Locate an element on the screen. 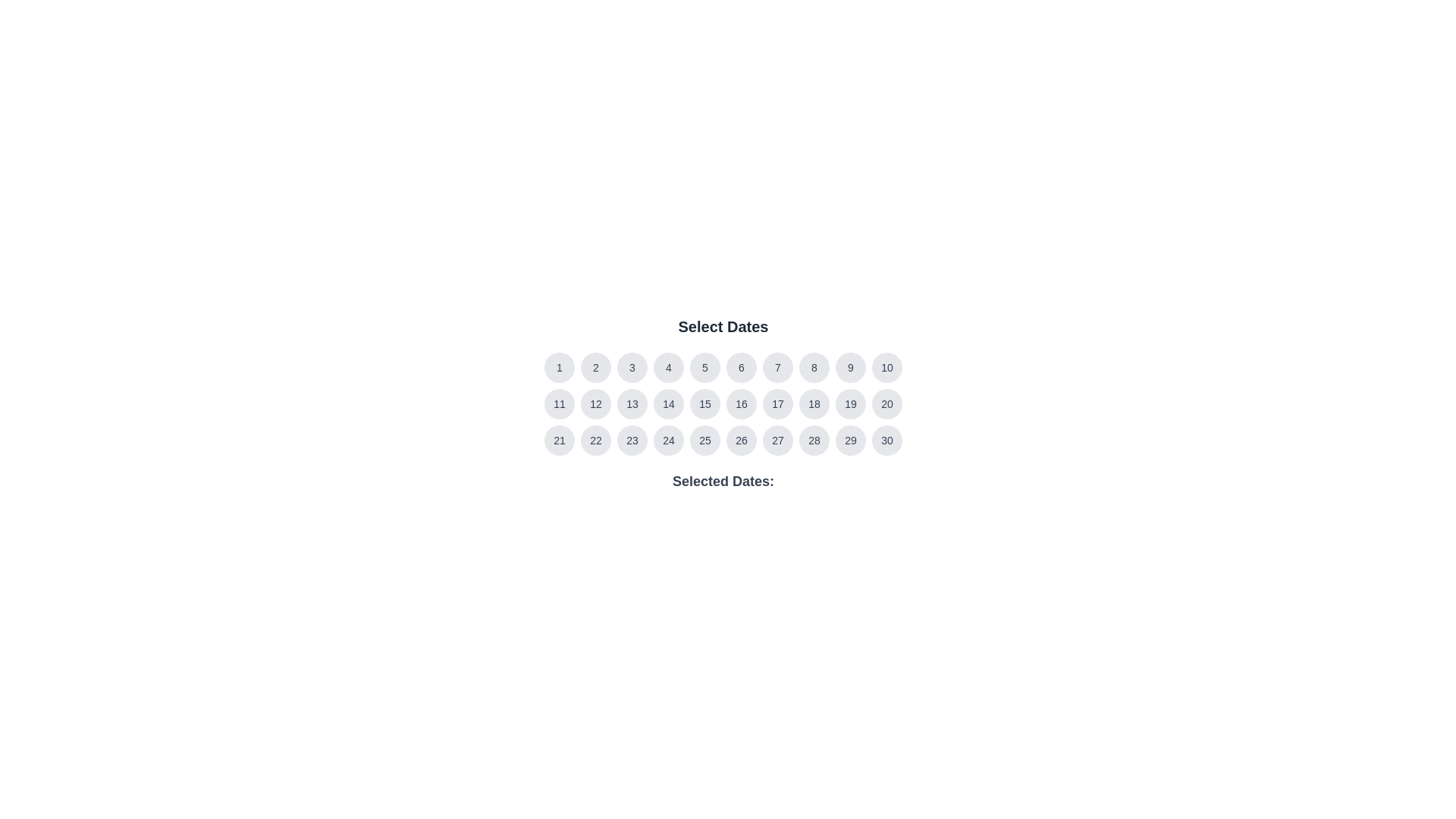 This screenshot has width=1456, height=819. the circular button displaying the number '26' is located at coordinates (742, 441).